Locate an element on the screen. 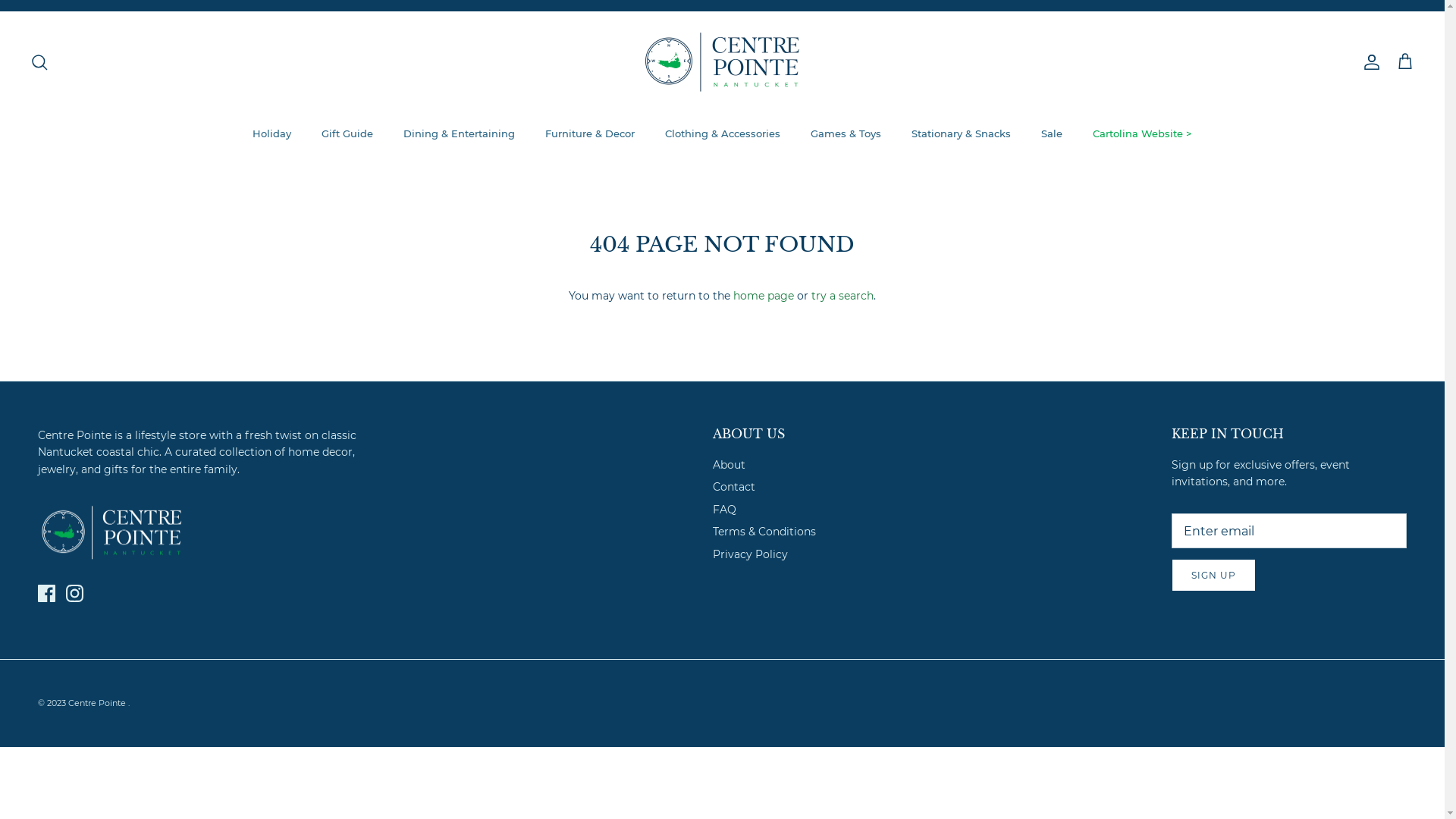 The image size is (1456, 819). 'FAQ' is located at coordinates (723, 509).